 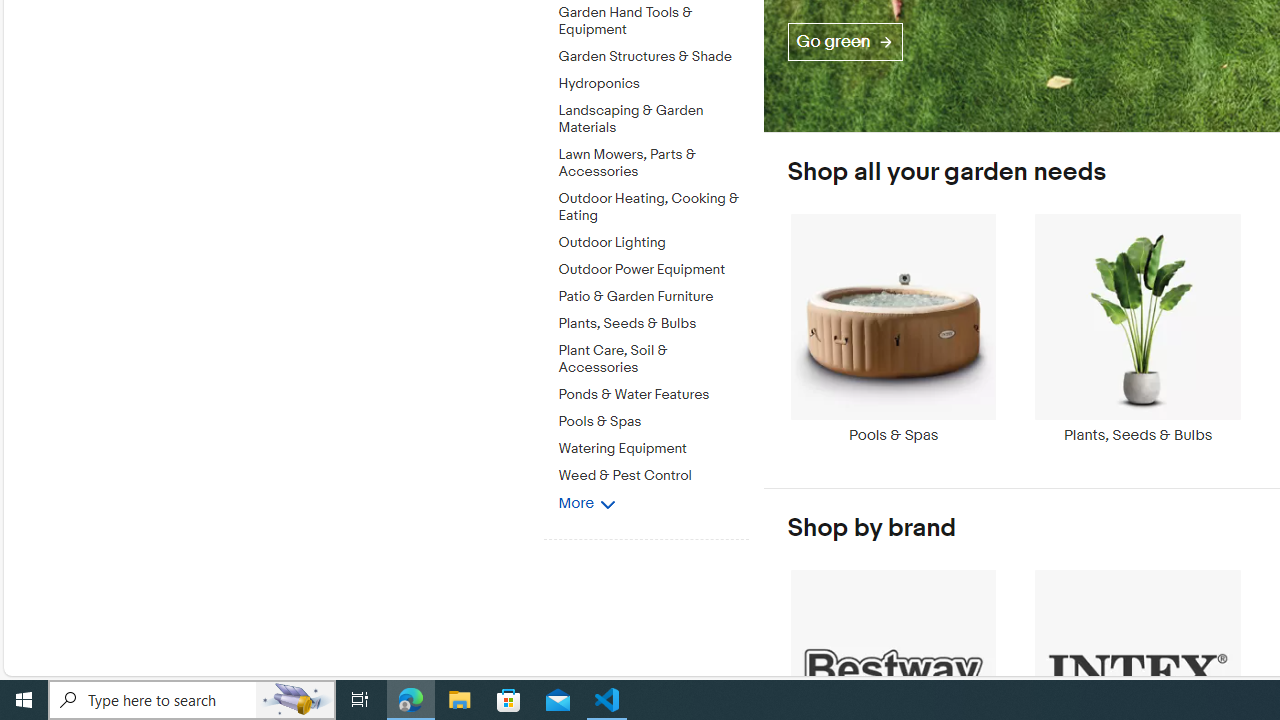 I want to click on 'Weed & Pest Control', so click(x=653, y=476).